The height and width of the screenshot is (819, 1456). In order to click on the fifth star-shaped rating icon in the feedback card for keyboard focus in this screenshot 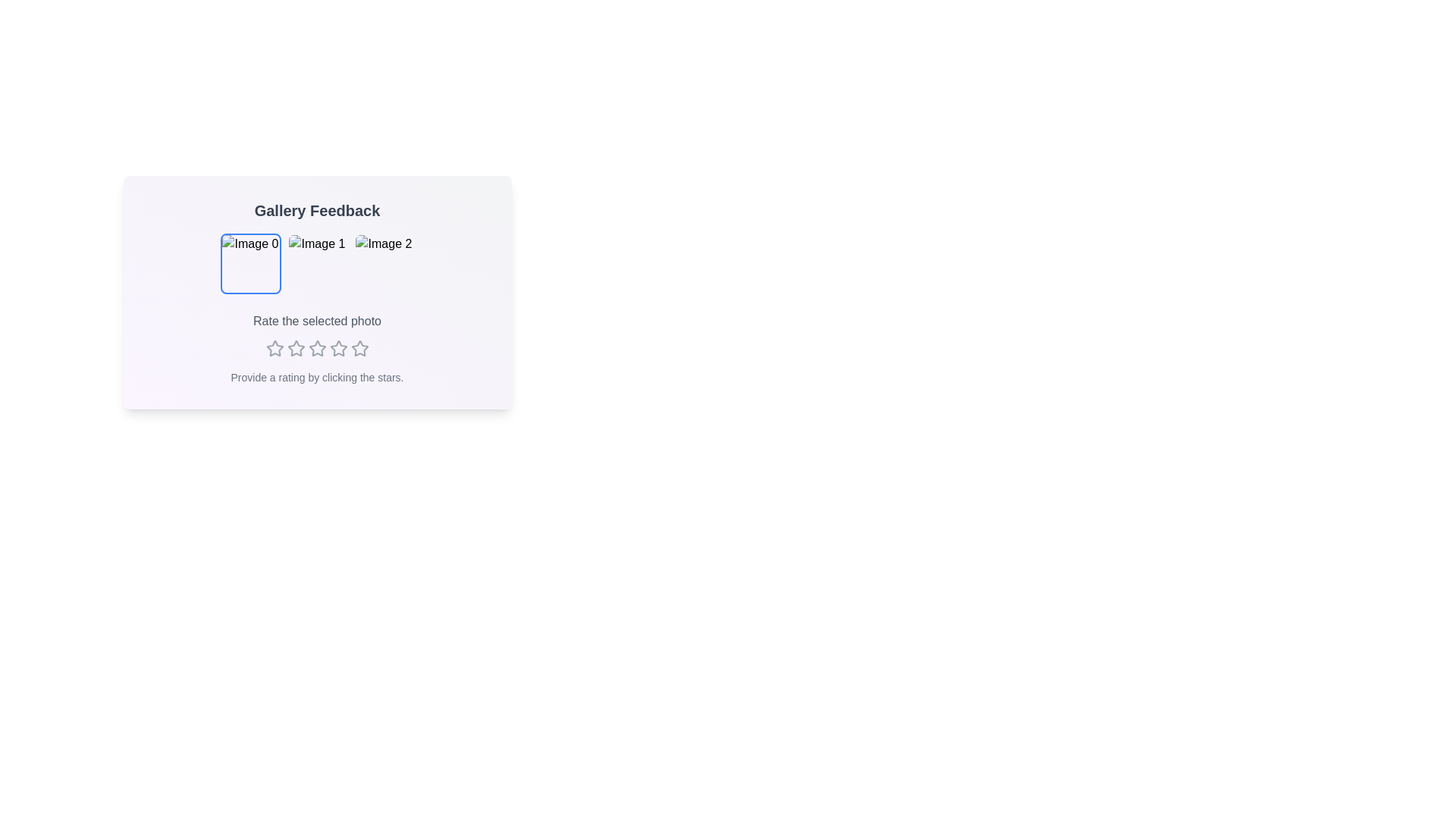, I will do `click(359, 348)`.